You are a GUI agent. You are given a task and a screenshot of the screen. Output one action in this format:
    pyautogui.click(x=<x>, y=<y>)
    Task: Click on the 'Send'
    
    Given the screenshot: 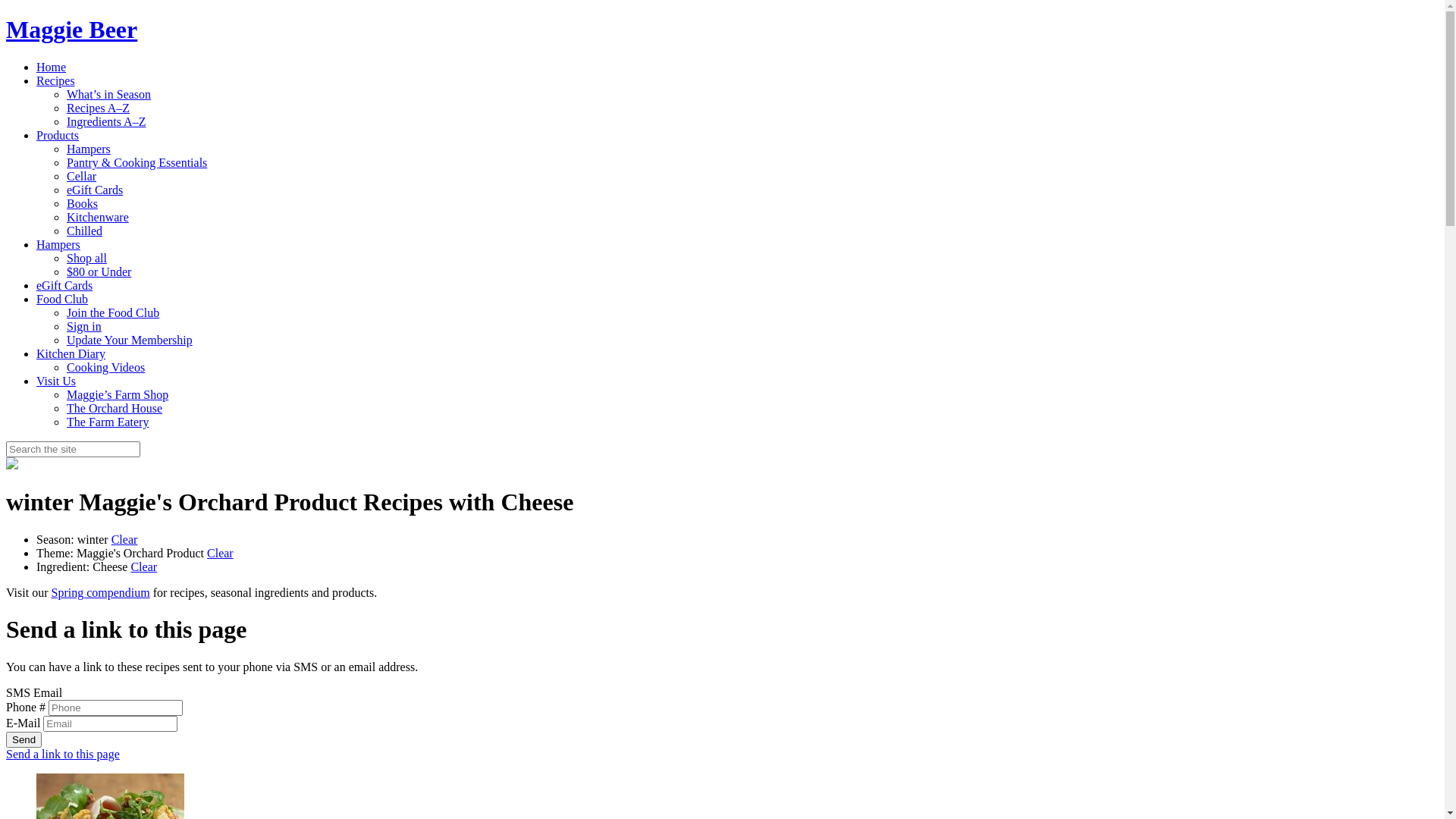 What is the action you would take?
    pyautogui.click(x=24, y=739)
    